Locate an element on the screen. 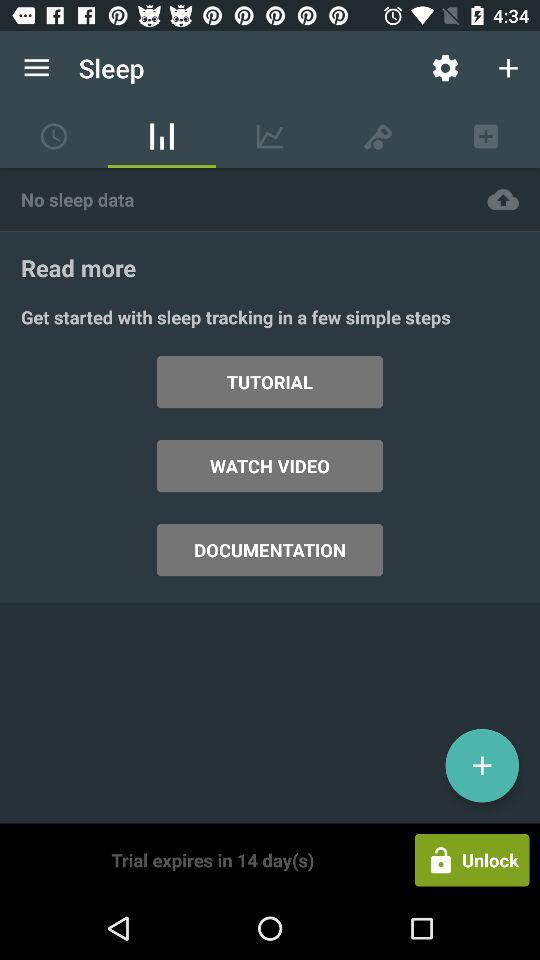 This screenshot has width=540, height=960. icon above the watch video item is located at coordinates (270, 381).